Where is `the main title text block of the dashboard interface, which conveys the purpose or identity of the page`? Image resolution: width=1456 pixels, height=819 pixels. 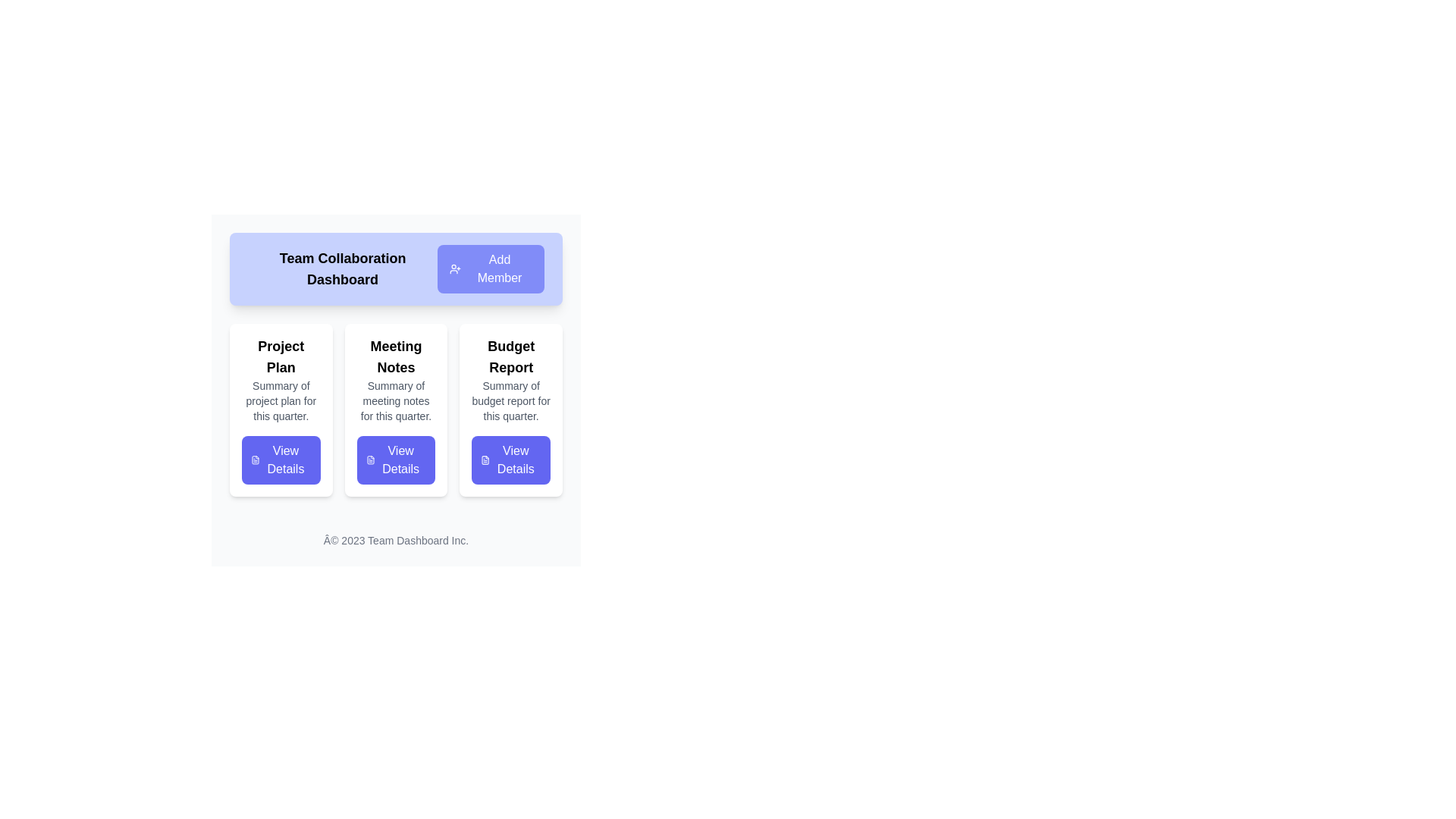
the main title text block of the dashboard interface, which conveys the purpose or identity of the page is located at coordinates (342, 268).